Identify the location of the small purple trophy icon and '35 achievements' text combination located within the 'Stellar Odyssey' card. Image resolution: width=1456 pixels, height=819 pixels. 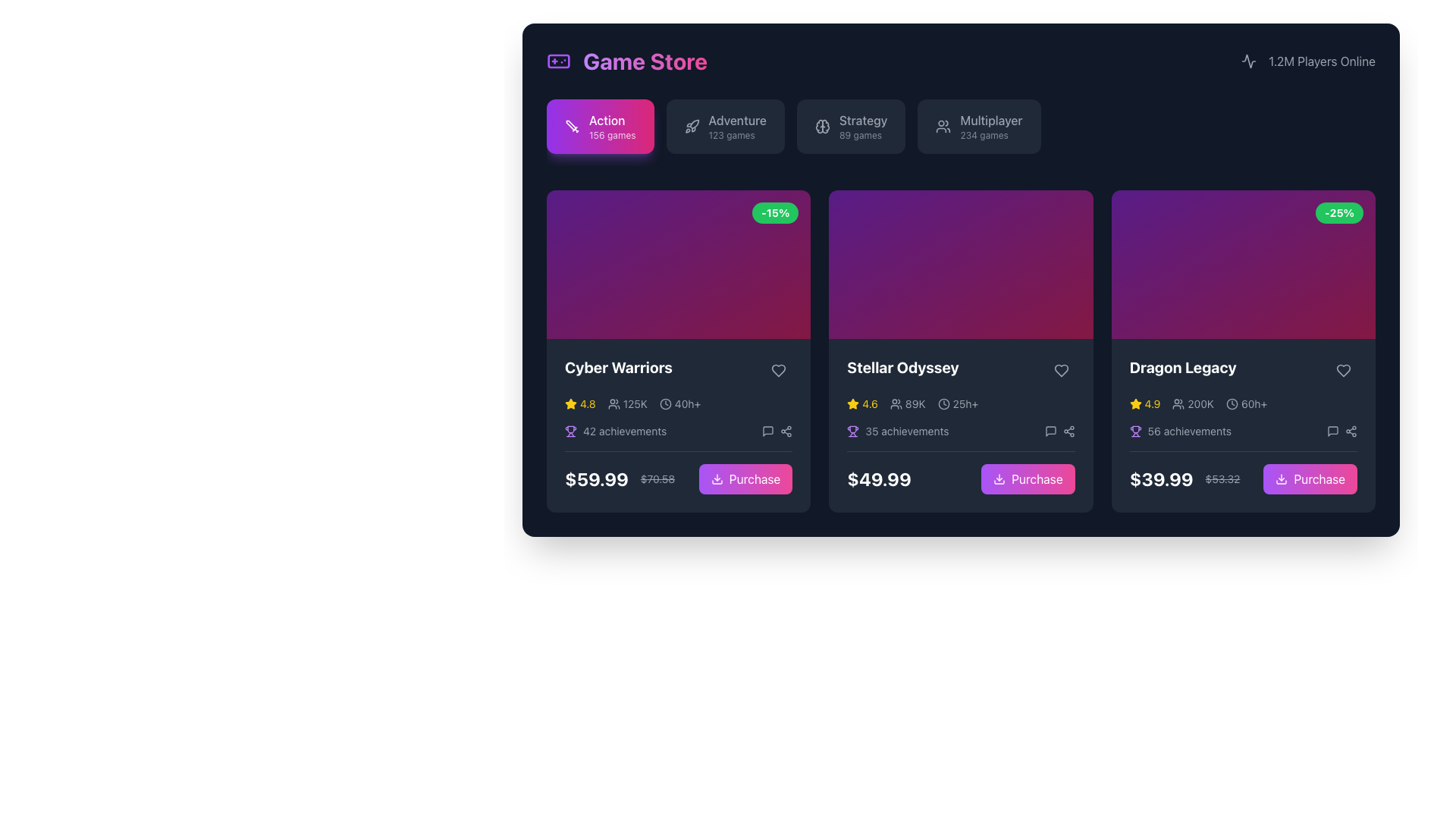
(898, 431).